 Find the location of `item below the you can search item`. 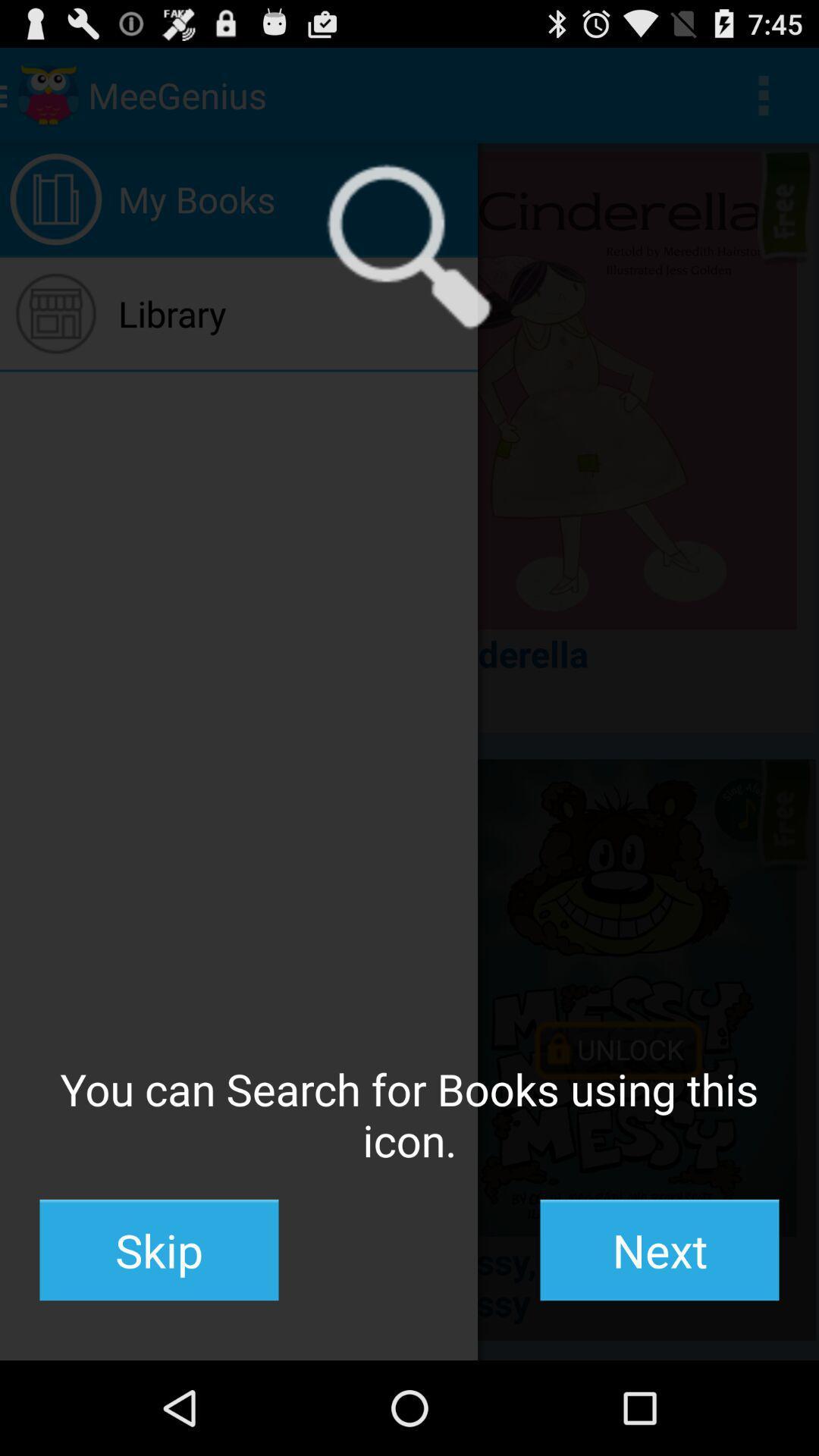

item below the you can search item is located at coordinates (659, 1250).